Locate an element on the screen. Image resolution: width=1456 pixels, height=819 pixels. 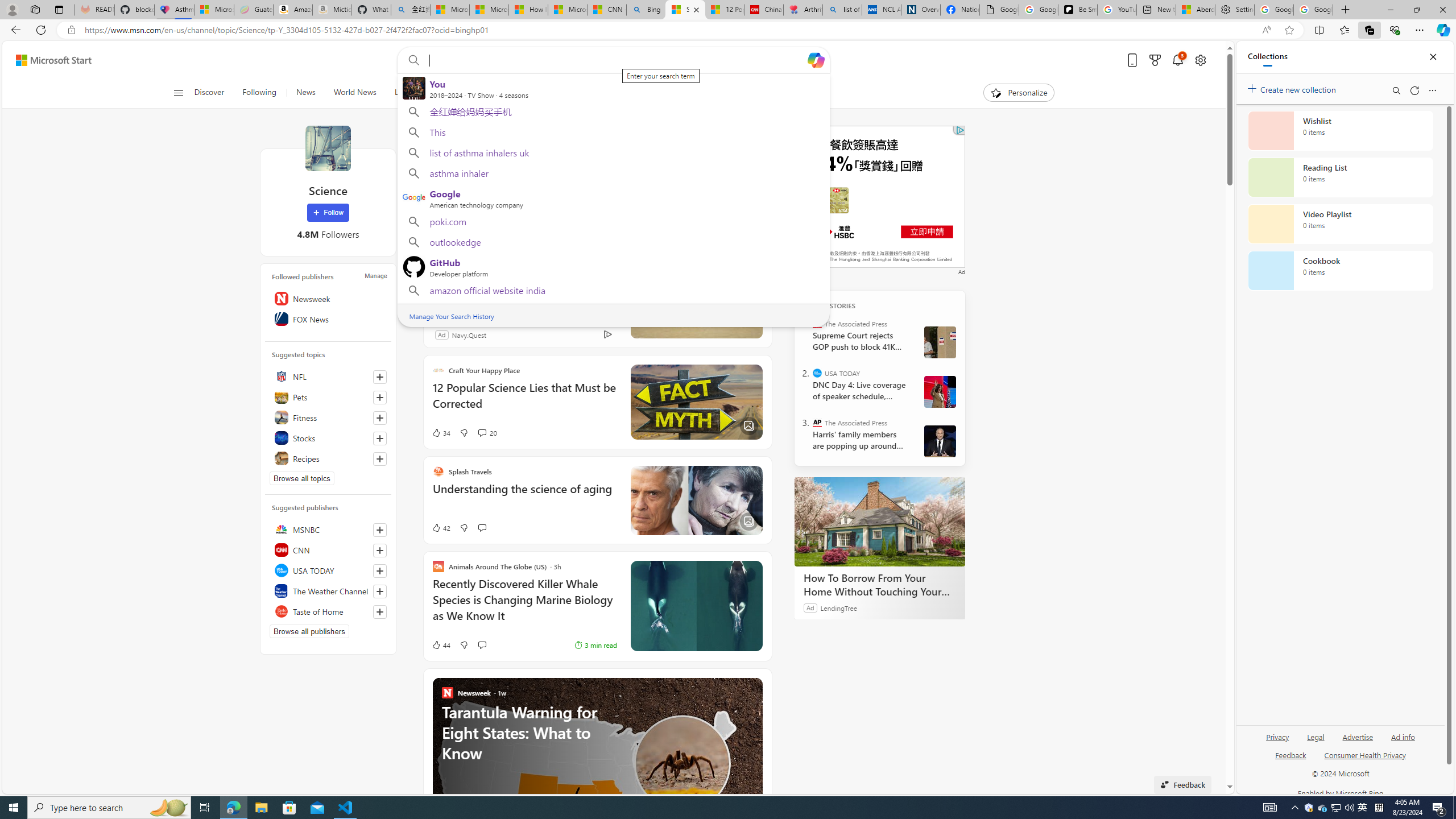
'How I Got Rid of Microsoft Edge' is located at coordinates (528, 9).